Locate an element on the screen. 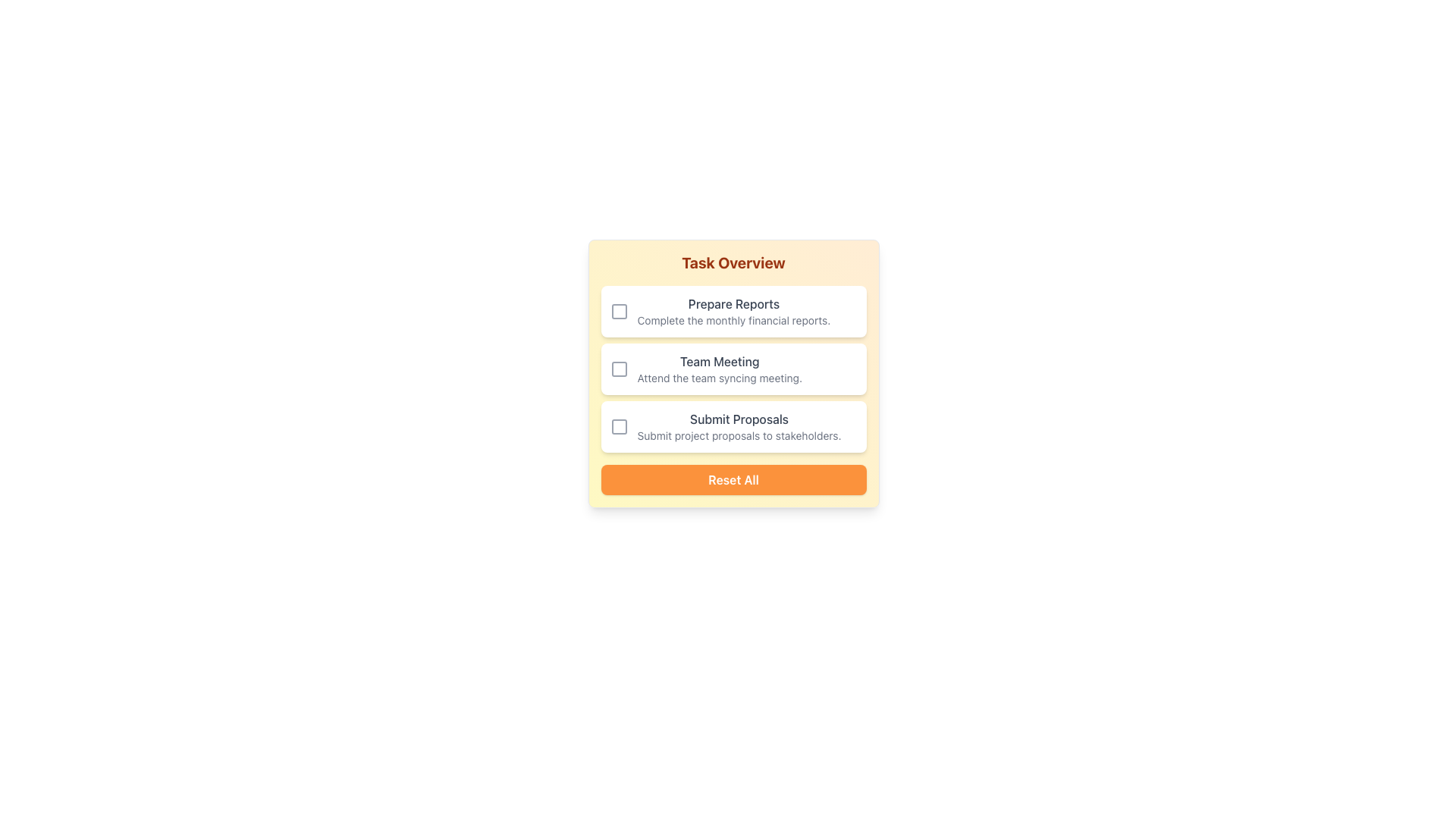 This screenshot has width=1456, height=819. the Text block that provides information about submitting proposals, located in the center-right area of the third task card is located at coordinates (739, 427).